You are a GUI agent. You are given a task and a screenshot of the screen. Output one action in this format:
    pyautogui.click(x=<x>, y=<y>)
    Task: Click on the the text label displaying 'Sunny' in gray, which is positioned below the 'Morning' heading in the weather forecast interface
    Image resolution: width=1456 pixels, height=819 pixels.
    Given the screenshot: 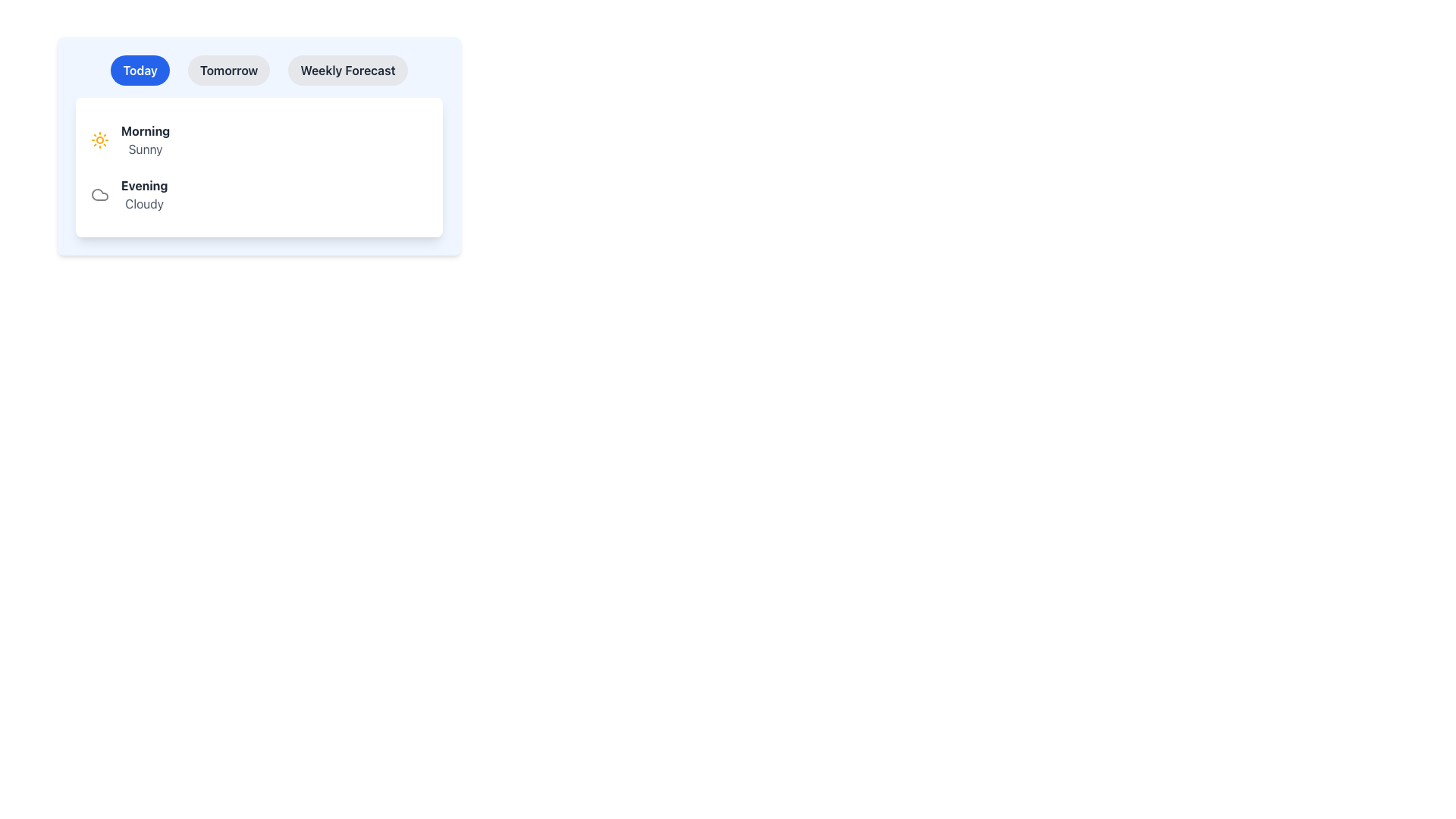 What is the action you would take?
    pyautogui.click(x=146, y=149)
    